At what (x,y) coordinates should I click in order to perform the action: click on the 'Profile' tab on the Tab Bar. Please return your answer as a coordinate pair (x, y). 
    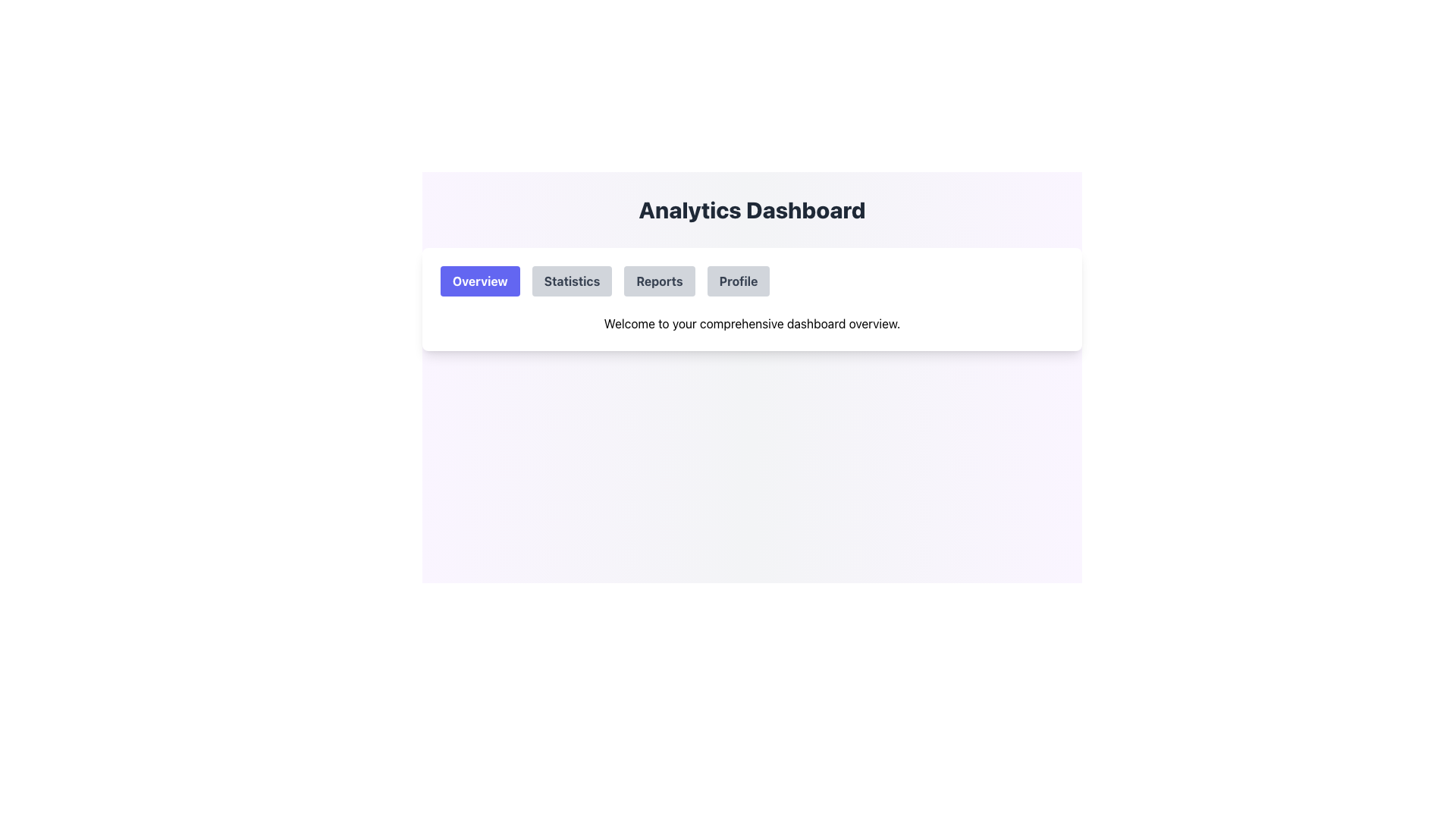
    Looking at the image, I should click on (752, 281).